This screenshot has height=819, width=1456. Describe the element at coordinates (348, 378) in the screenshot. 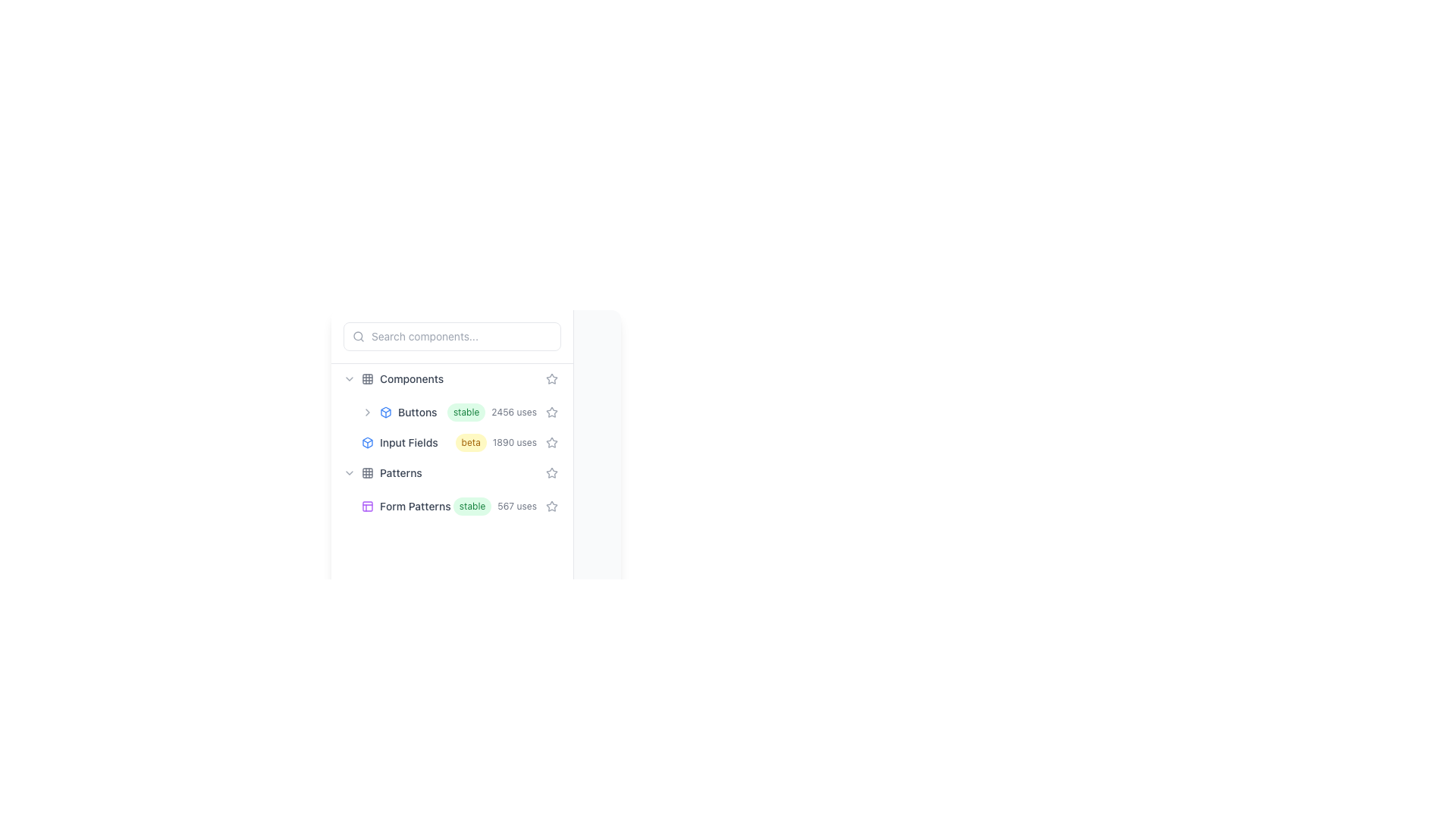

I see `the chevron-down icon located in the left sidebar next to the 'Components' label` at that location.